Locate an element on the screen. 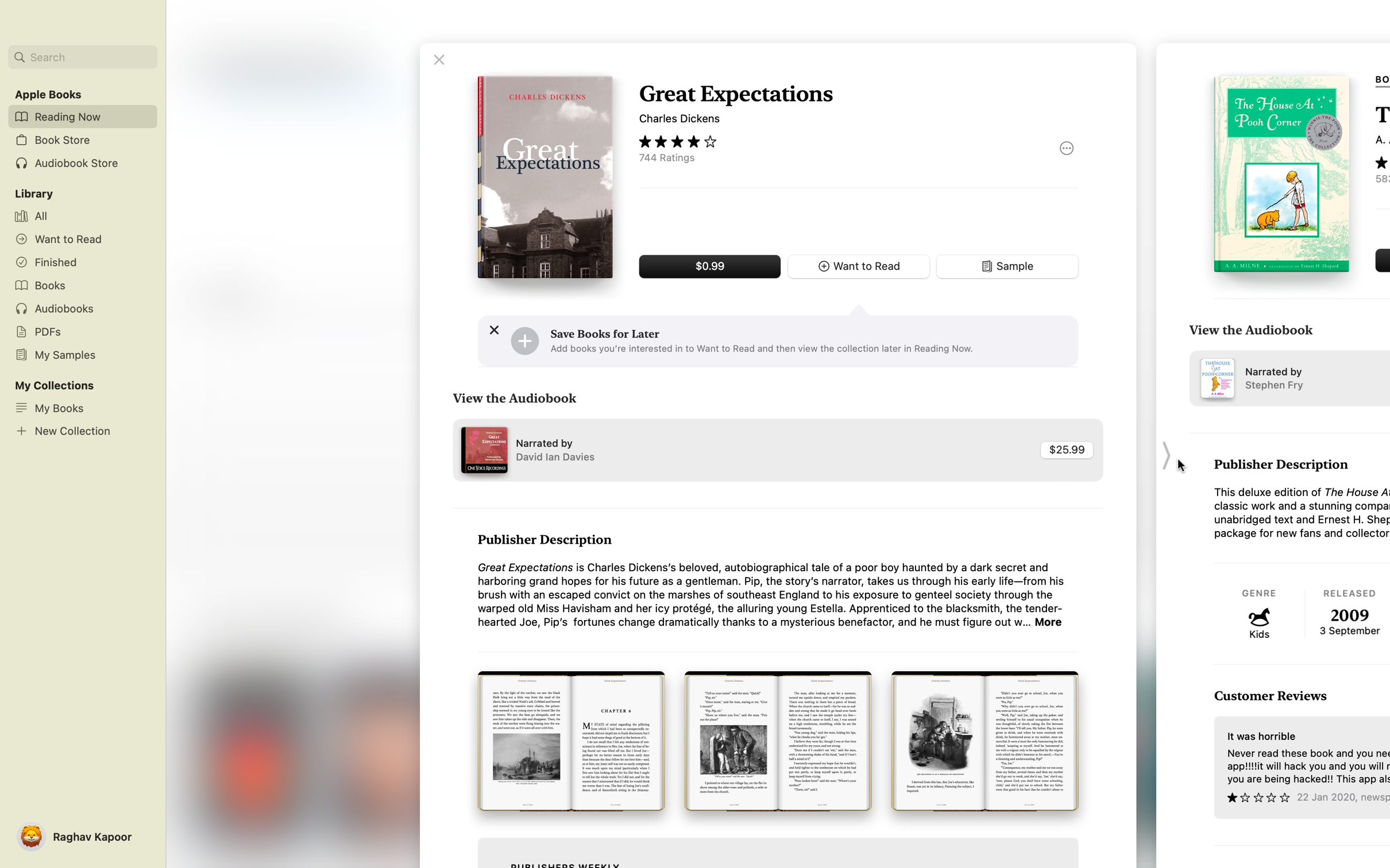  Scroll down to read reader reviews about the book is located at coordinates (2613200, 958272).